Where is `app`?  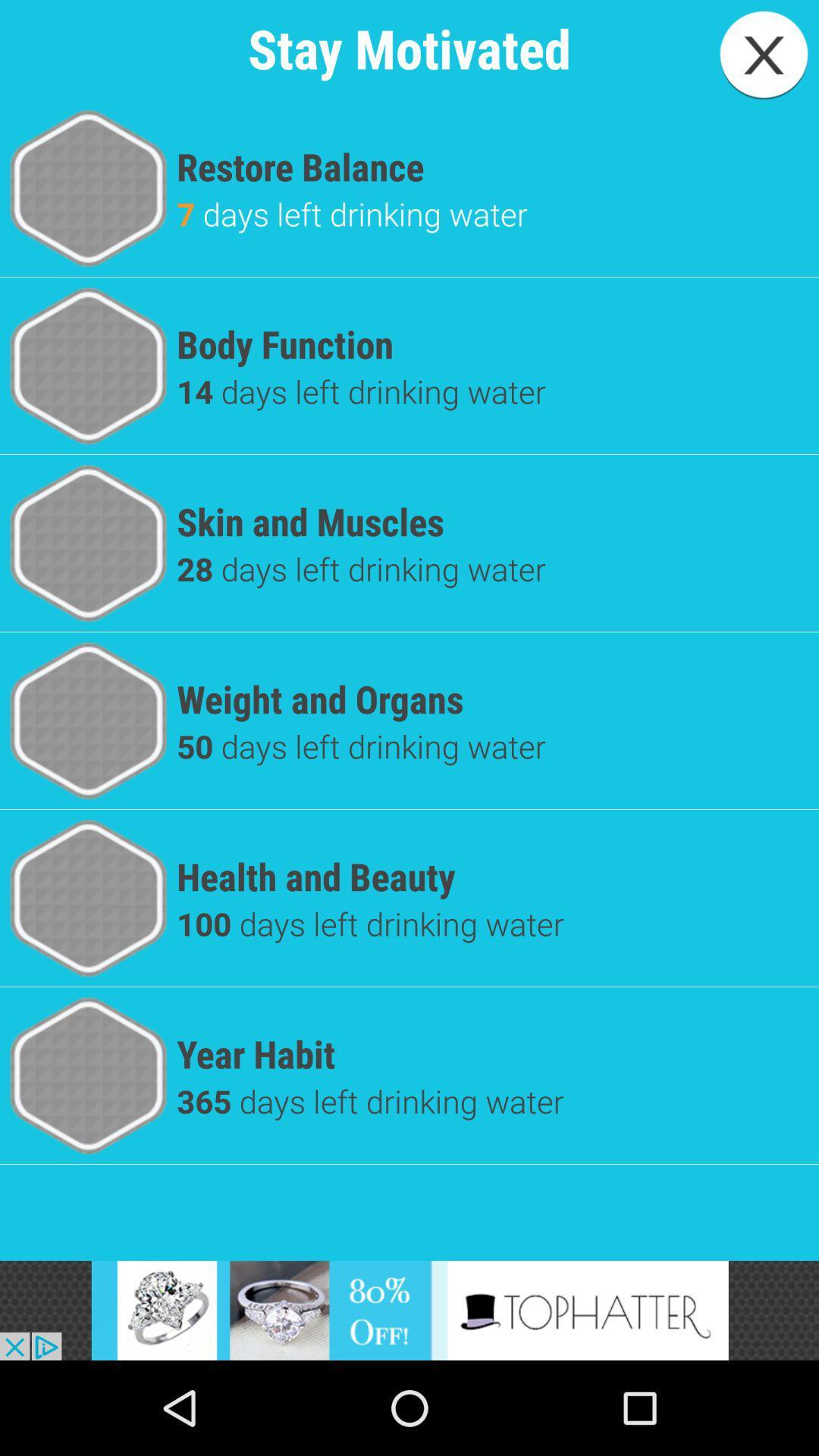
app is located at coordinates (764, 55).